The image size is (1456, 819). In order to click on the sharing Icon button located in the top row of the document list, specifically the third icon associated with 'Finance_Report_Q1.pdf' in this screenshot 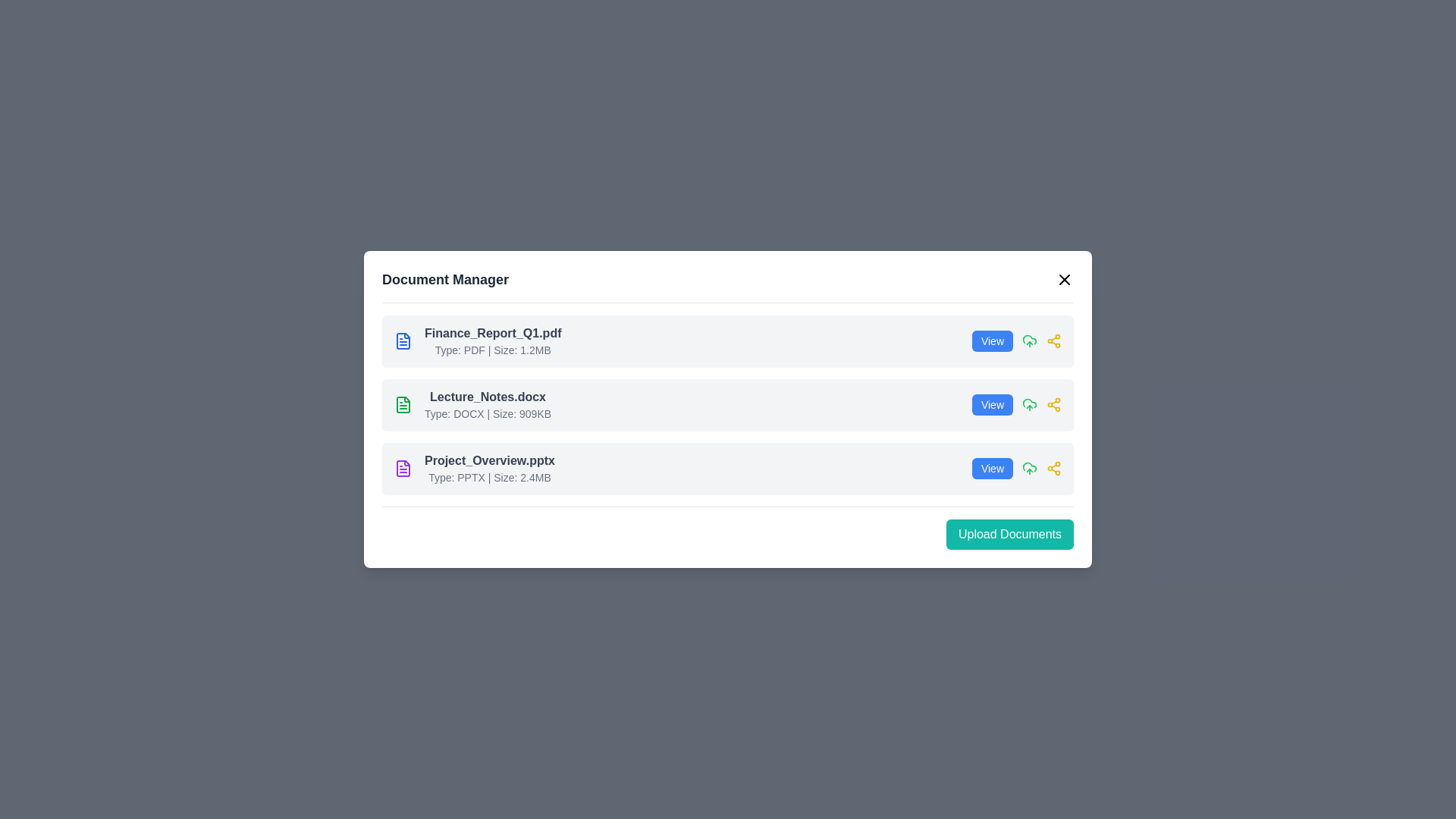, I will do `click(1053, 341)`.